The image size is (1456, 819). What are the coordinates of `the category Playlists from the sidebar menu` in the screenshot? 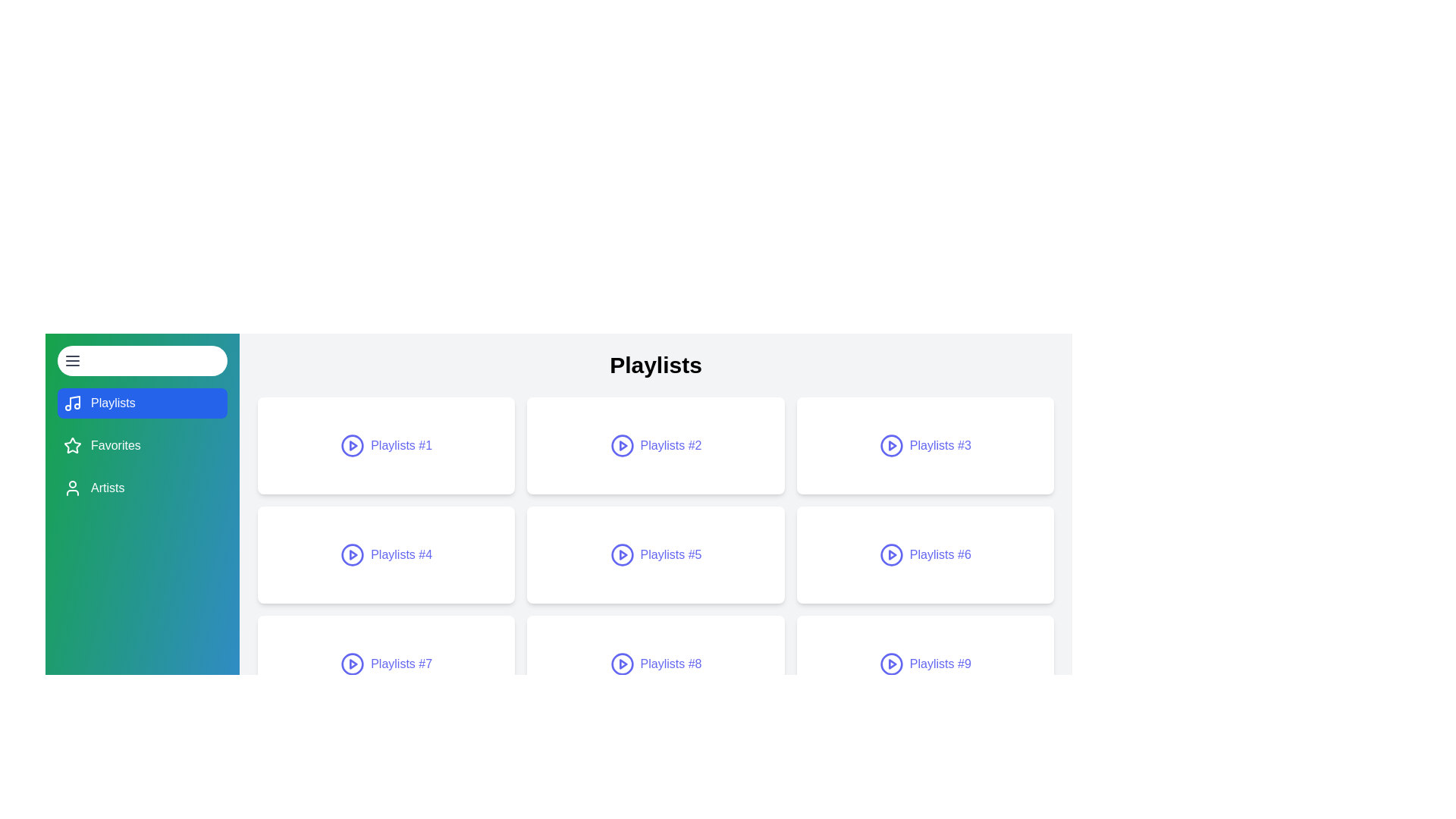 It's located at (142, 403).